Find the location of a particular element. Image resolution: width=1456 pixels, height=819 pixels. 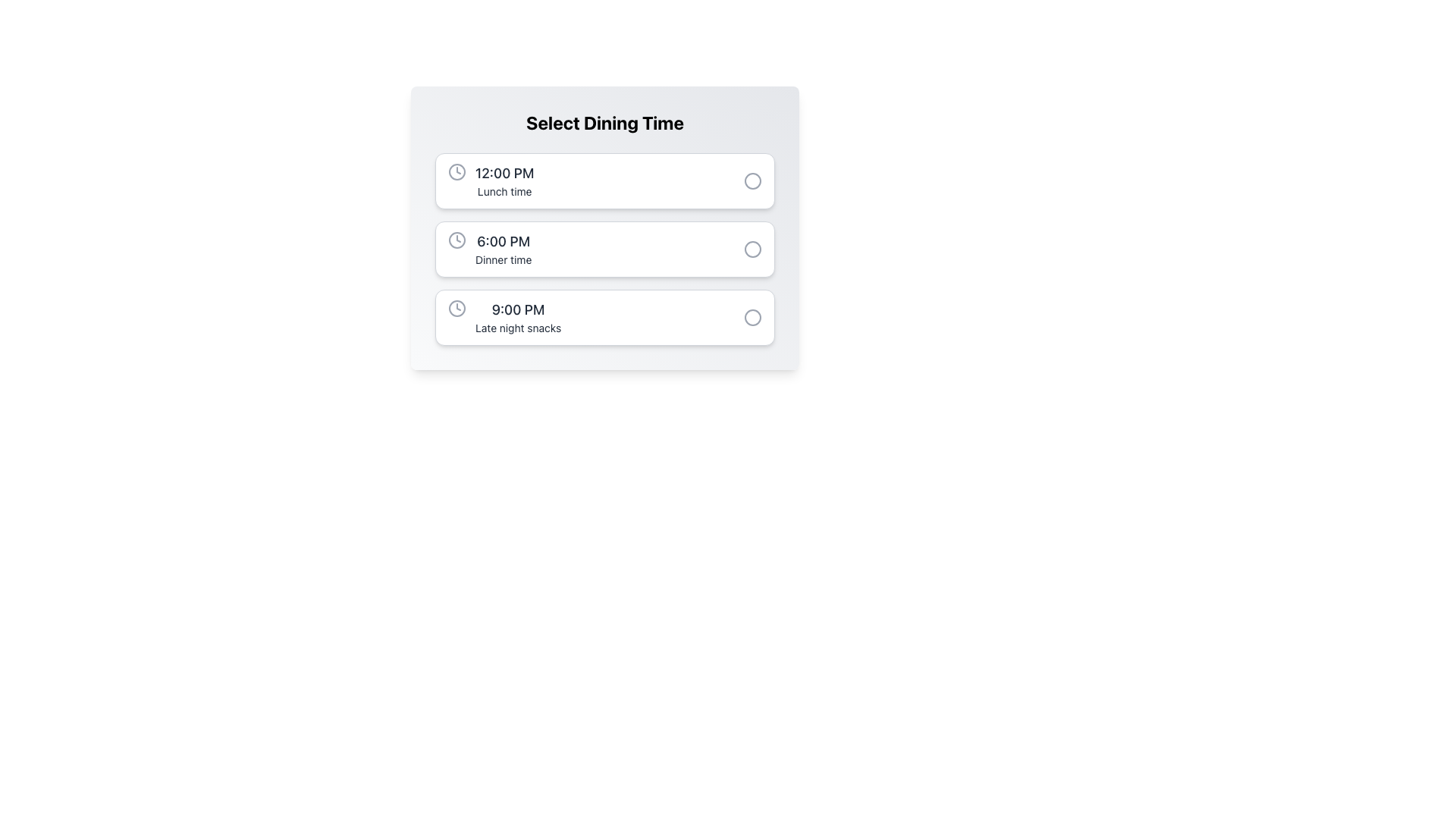

the circular outline indicator that is positioned in the bottom-right side of the list item labeled '9:00 PM - Late night snacks' is located at coordinates (753, 317).